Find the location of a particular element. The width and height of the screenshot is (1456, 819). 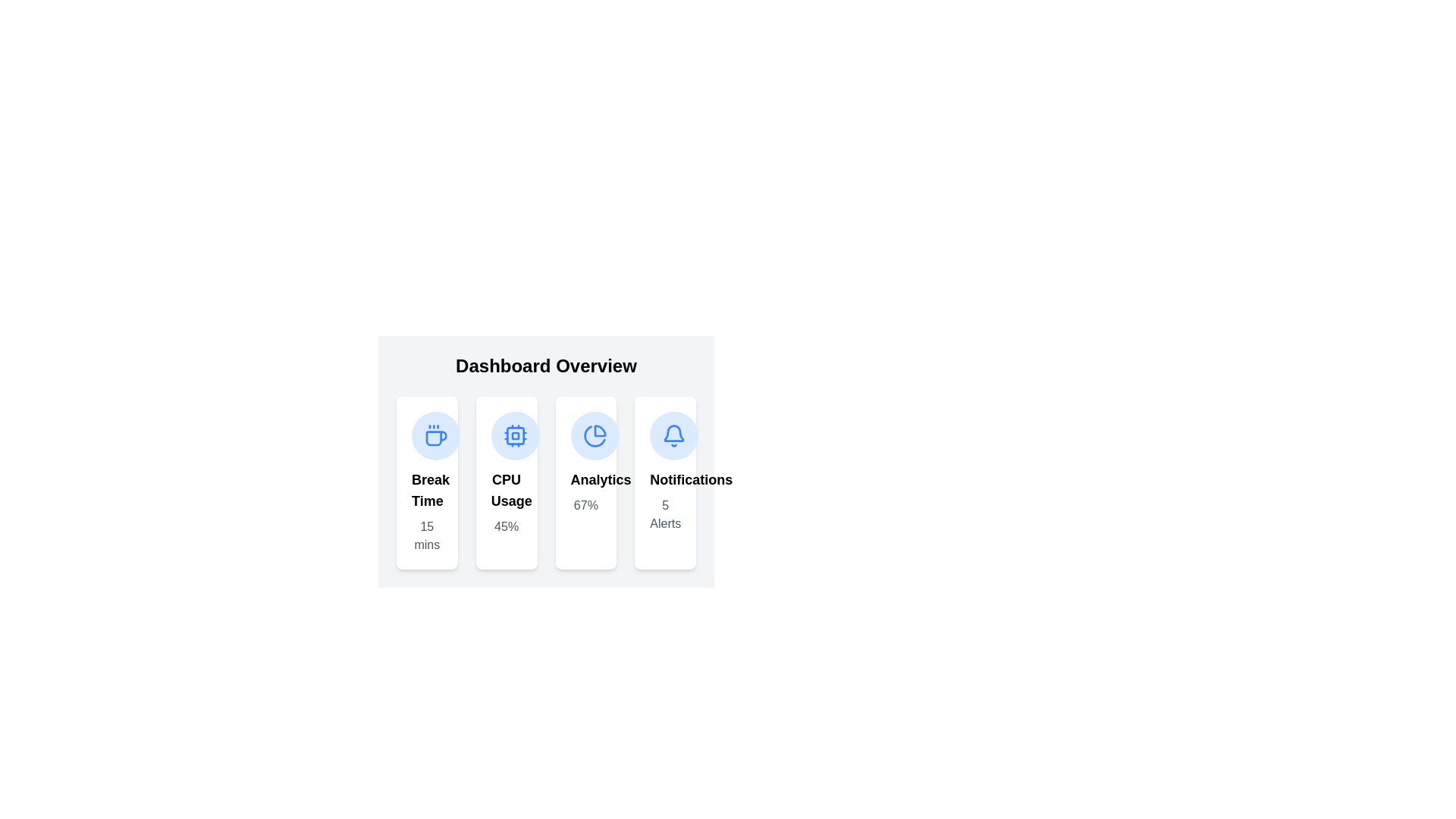

the text label displaying '67%' percentage value, which is located at the bottom of the 'Analytics' card within the dashboard layout is located at coordinates (585, 506).